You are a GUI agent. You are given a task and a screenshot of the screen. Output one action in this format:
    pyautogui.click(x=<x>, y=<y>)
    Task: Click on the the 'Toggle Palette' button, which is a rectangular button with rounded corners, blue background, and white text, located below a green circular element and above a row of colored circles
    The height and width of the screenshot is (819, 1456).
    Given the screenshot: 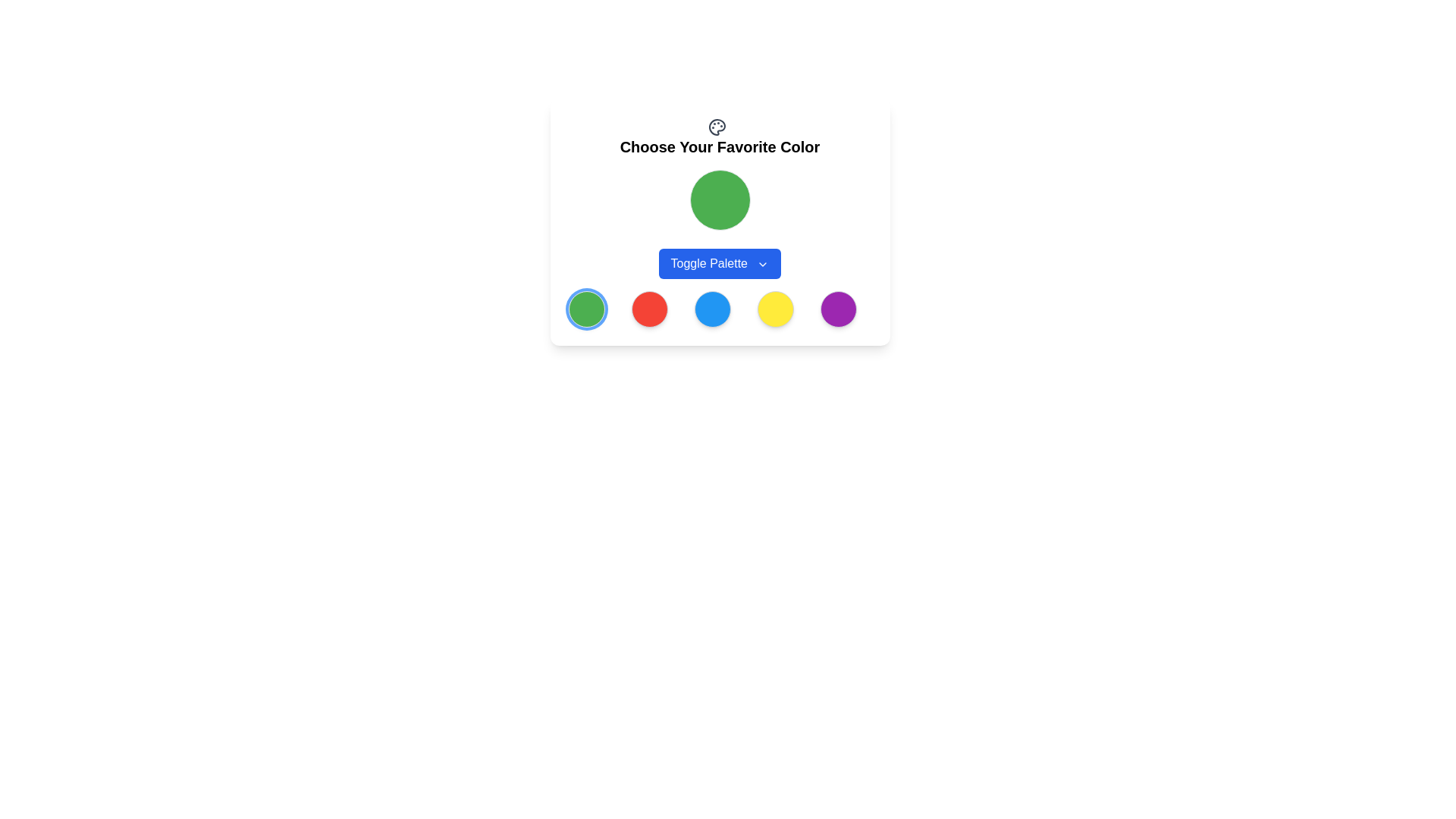 What is the action you would take?
    pyautogui.click(x=719, y=262)
    